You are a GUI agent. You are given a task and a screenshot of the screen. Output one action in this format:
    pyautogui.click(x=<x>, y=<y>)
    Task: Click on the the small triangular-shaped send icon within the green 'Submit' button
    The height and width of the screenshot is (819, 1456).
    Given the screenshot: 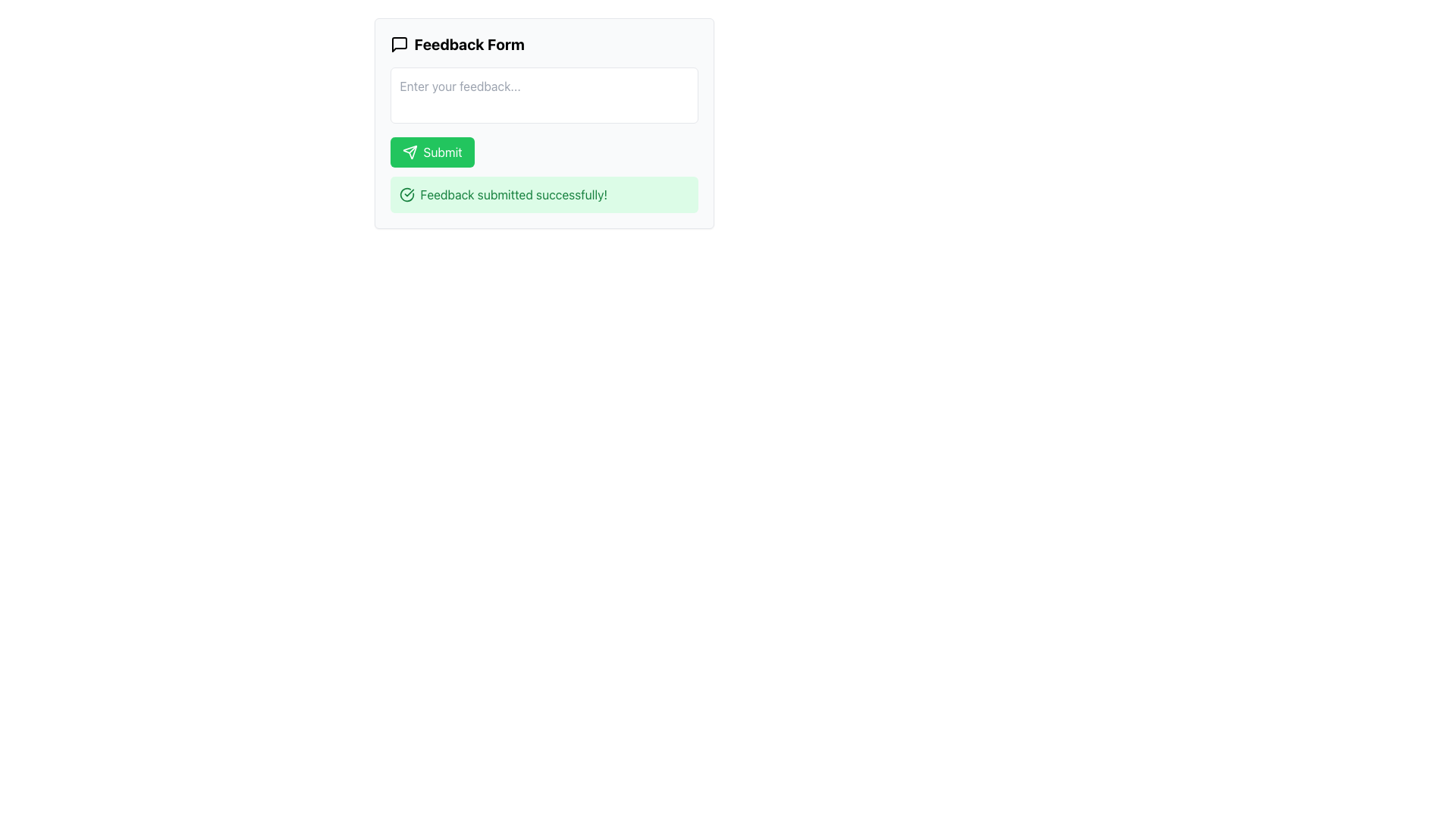 What is the action you would take?
    pyautogui.click(x=409, y=152)
    